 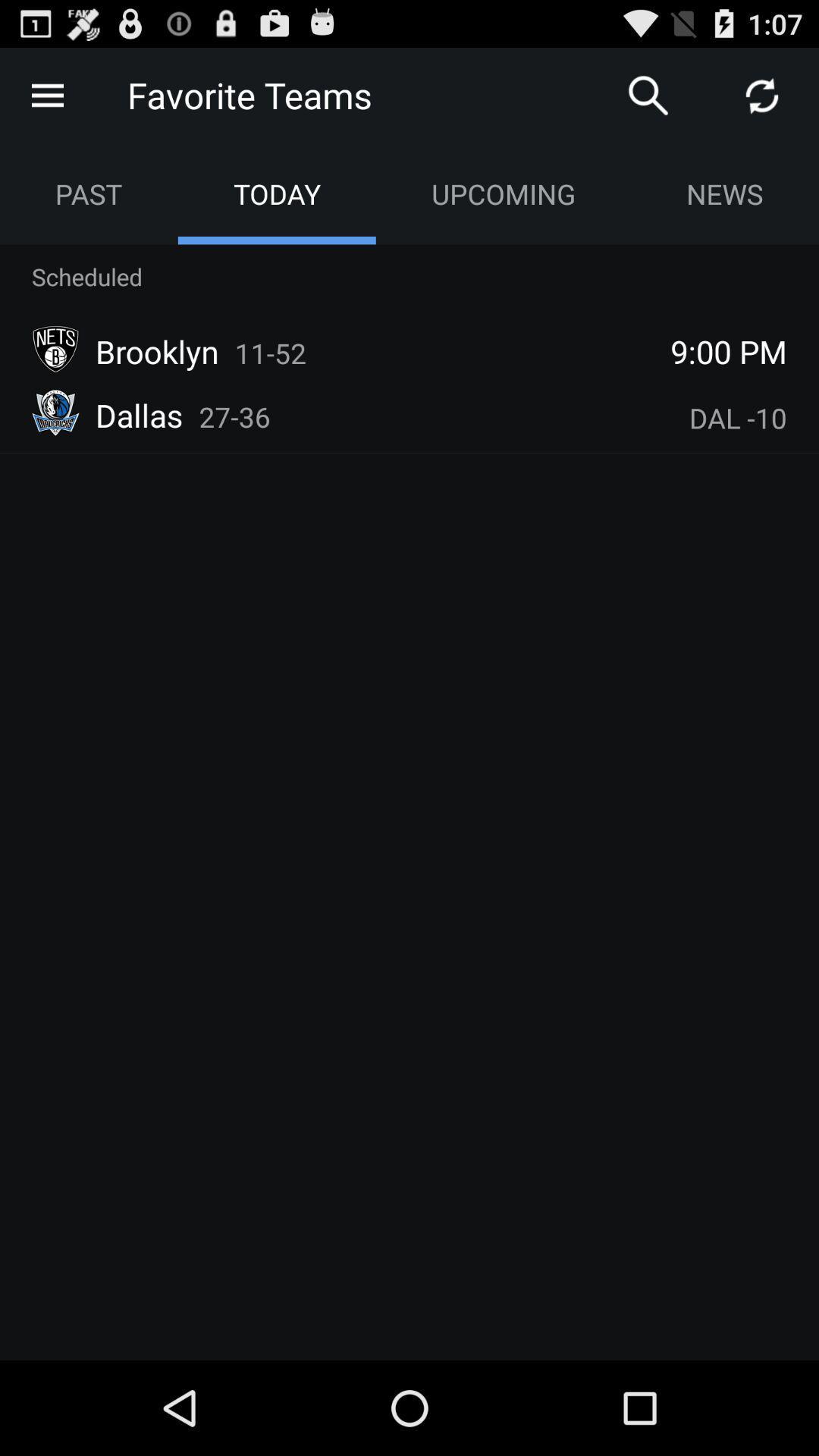 What do you see at coordinates (728, 350) in the screenshot?
I see `app above dal -10 icon` at bounding box center [728, 350].